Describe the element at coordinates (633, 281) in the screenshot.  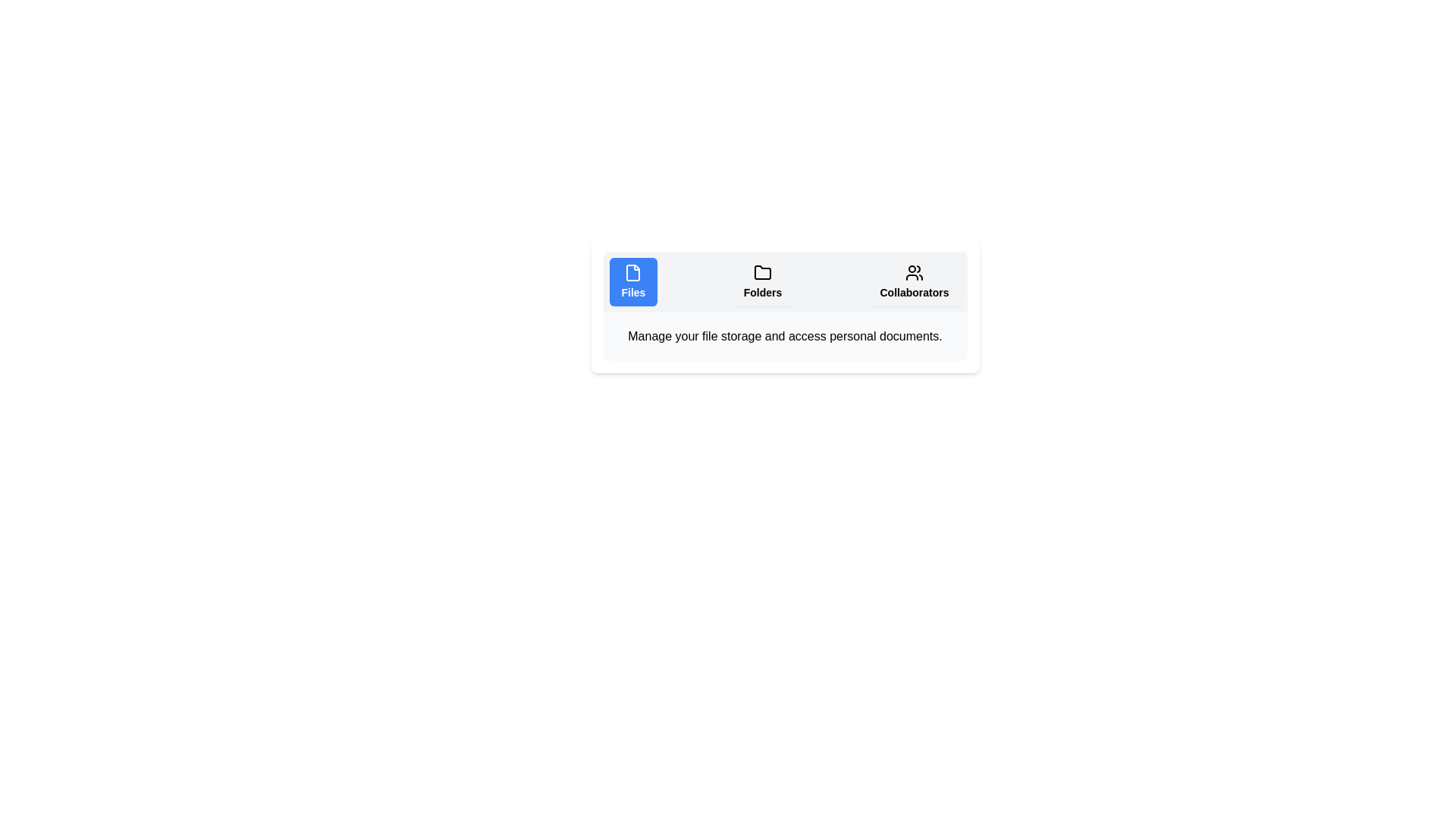
I see `the Files tab` at that location.